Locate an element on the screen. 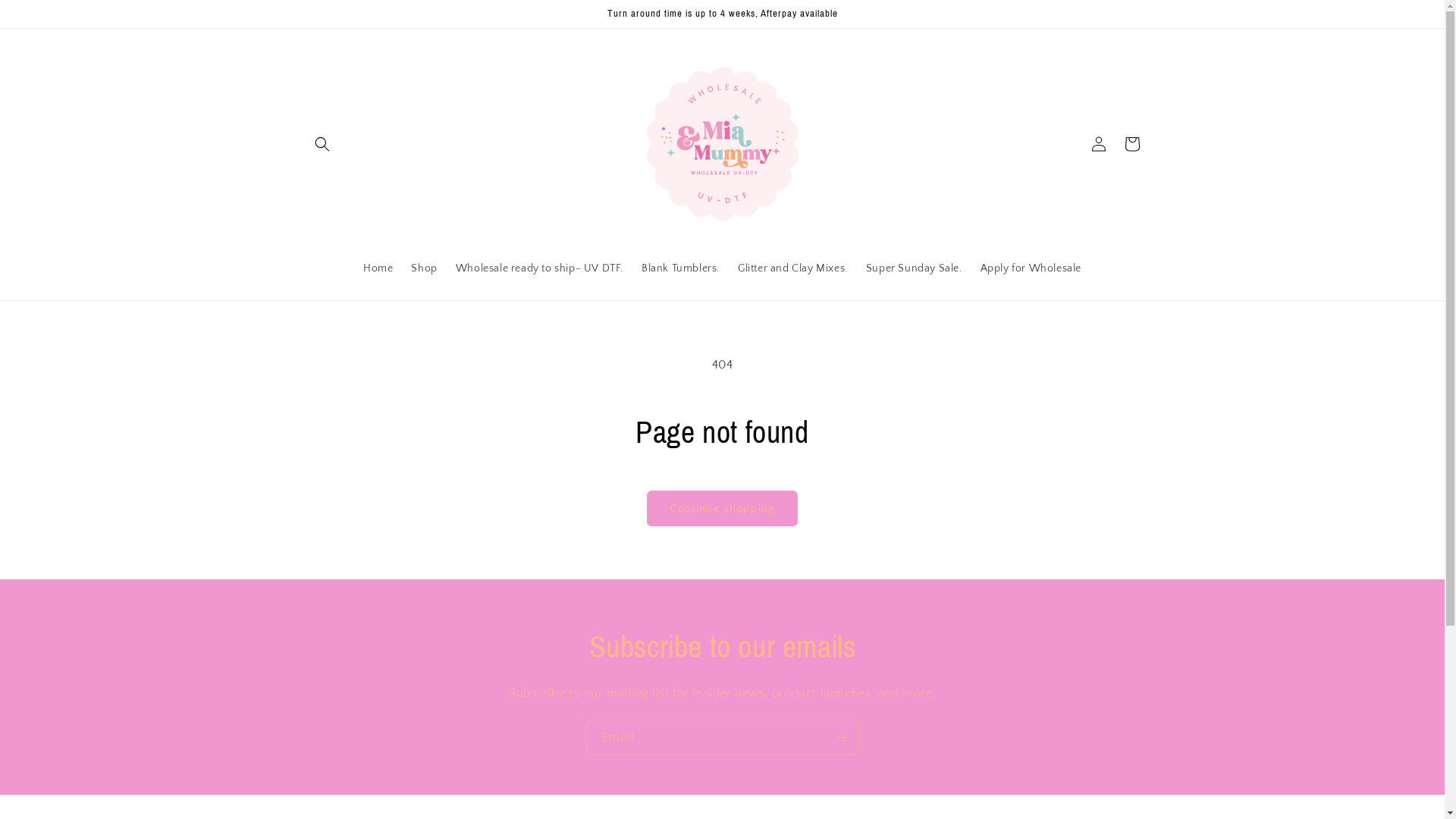 The width and height of the screenshot is (1456, 819). 'Continue shopping' is located at coordinates (721, 508).